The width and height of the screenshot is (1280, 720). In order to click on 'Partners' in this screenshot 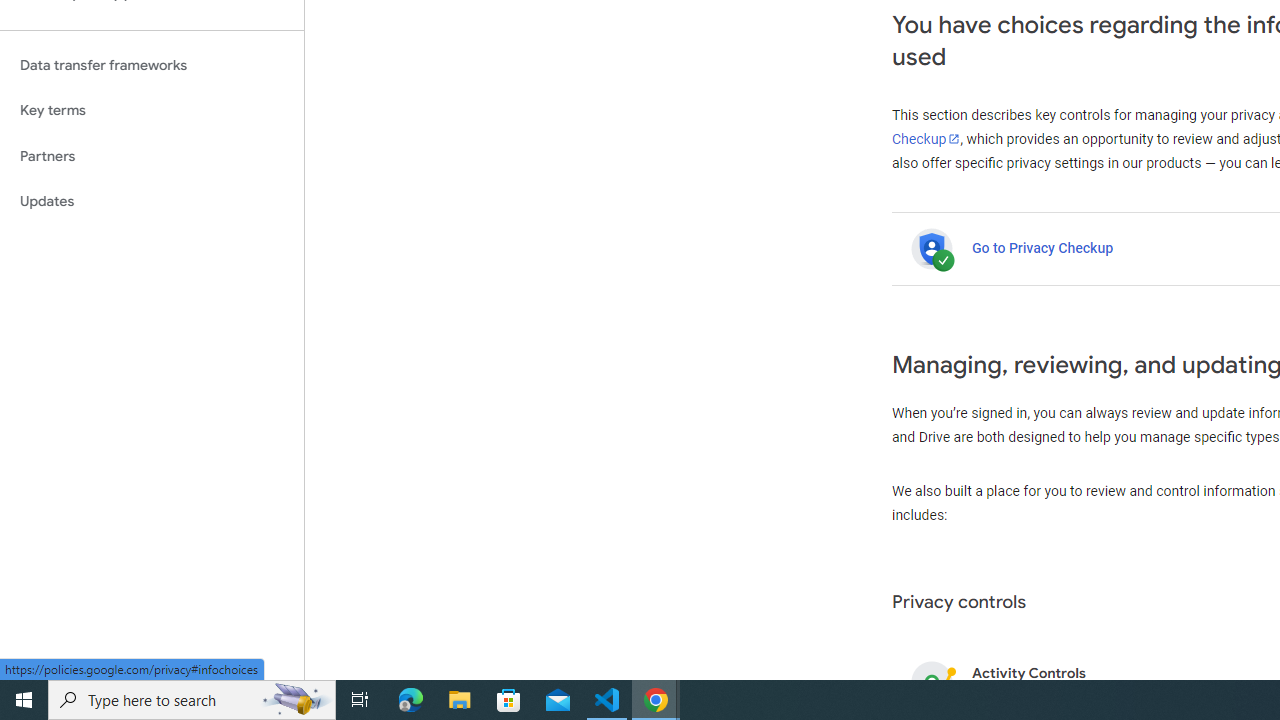, I will do `click(151, 155)`.